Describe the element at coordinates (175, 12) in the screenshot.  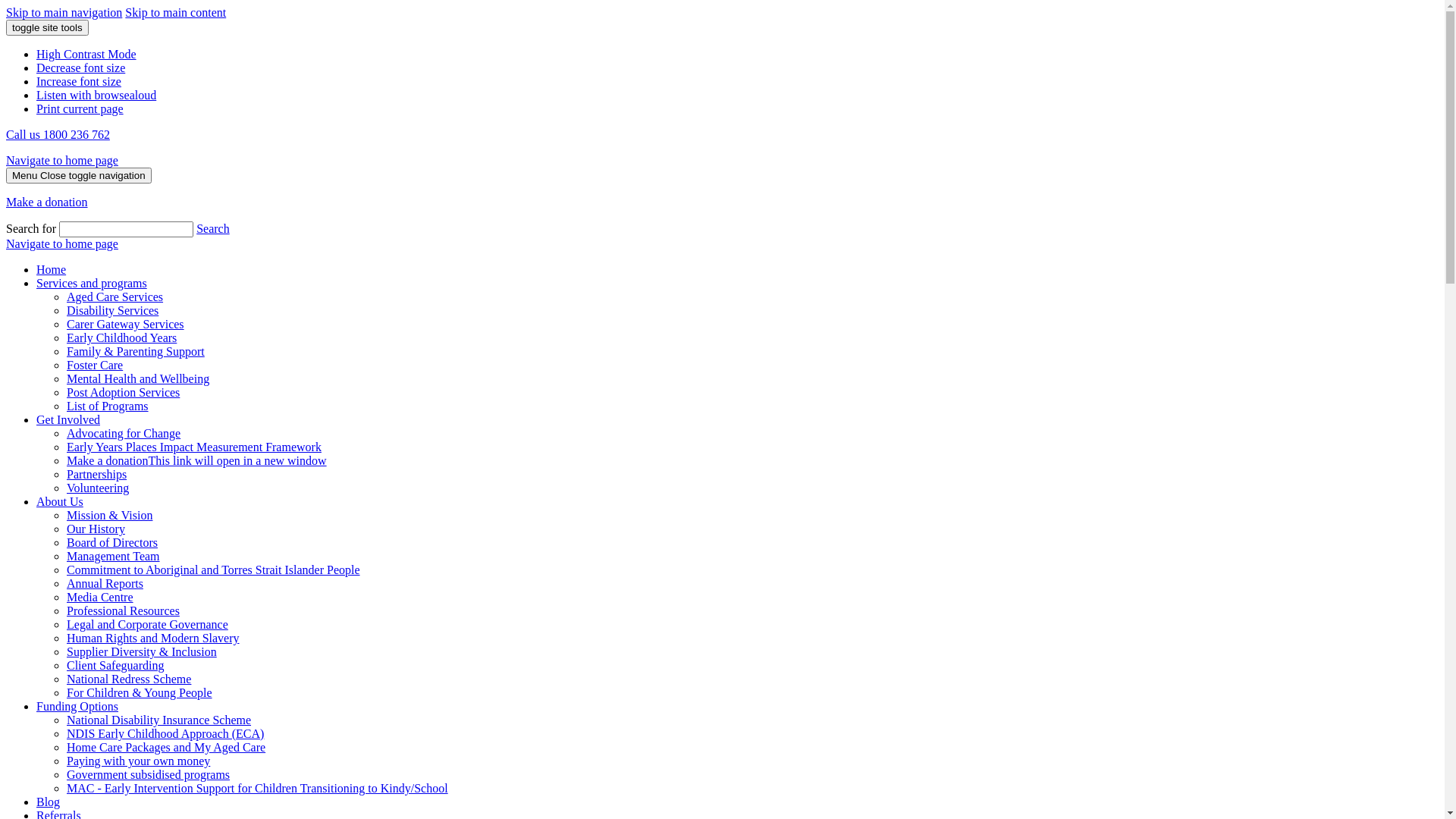
I see `'Skip to main content'` at that location.